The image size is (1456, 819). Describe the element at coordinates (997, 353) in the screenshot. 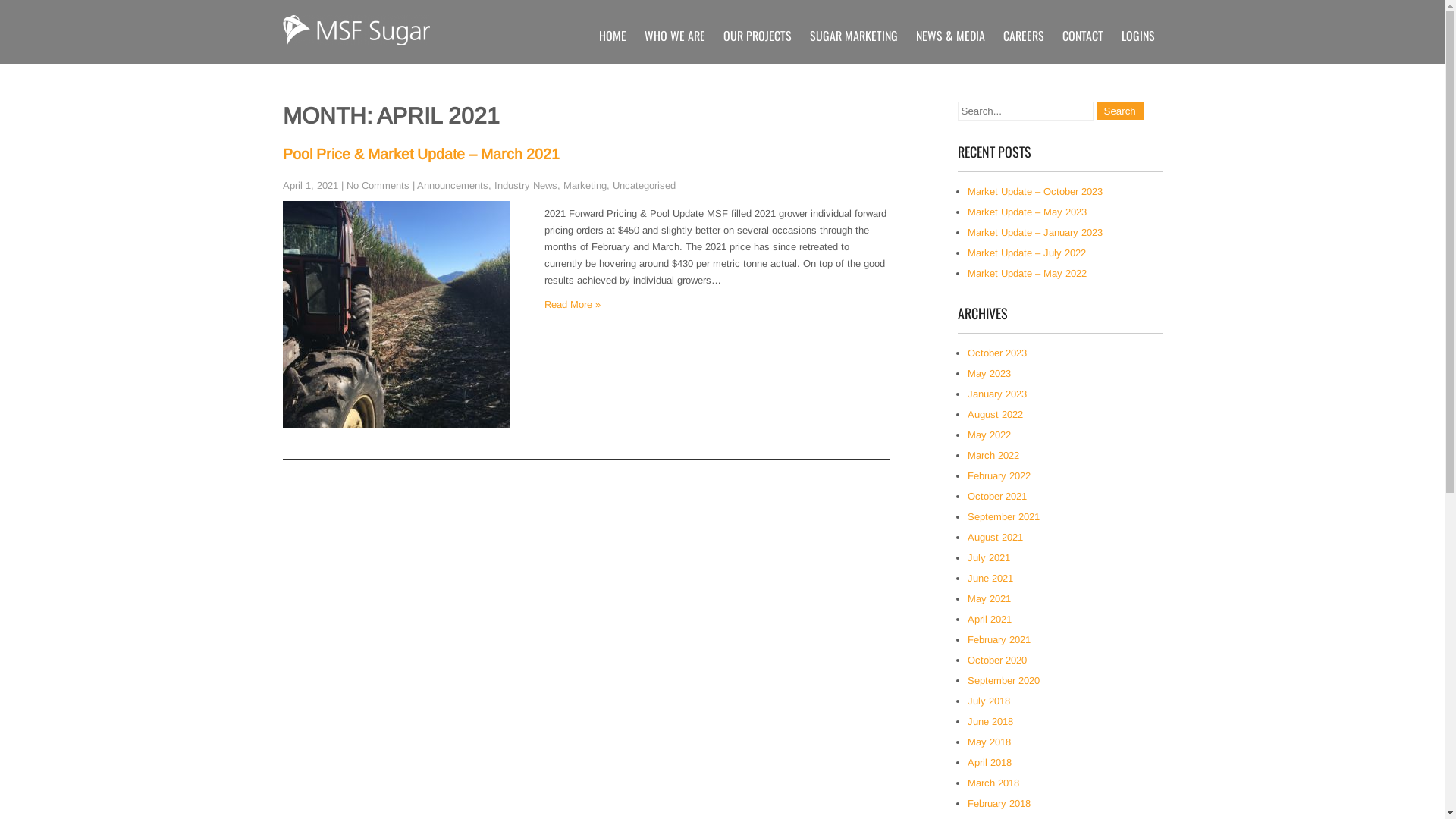

I see `'October 2023'` at that location.